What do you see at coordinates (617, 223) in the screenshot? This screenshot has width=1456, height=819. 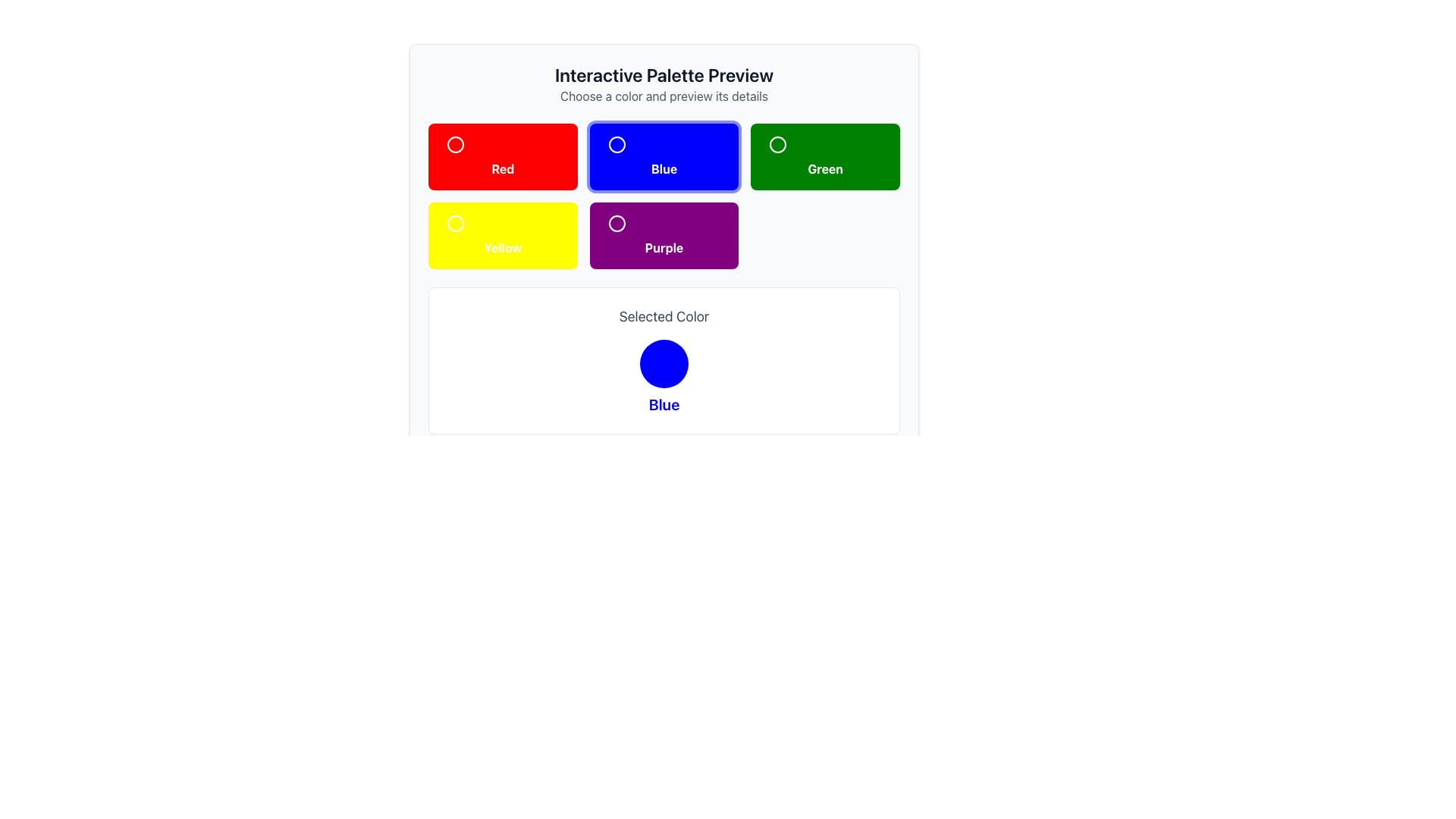 I see `the circle located at the center of the purple rectangle` at bounding box center [617, 223].